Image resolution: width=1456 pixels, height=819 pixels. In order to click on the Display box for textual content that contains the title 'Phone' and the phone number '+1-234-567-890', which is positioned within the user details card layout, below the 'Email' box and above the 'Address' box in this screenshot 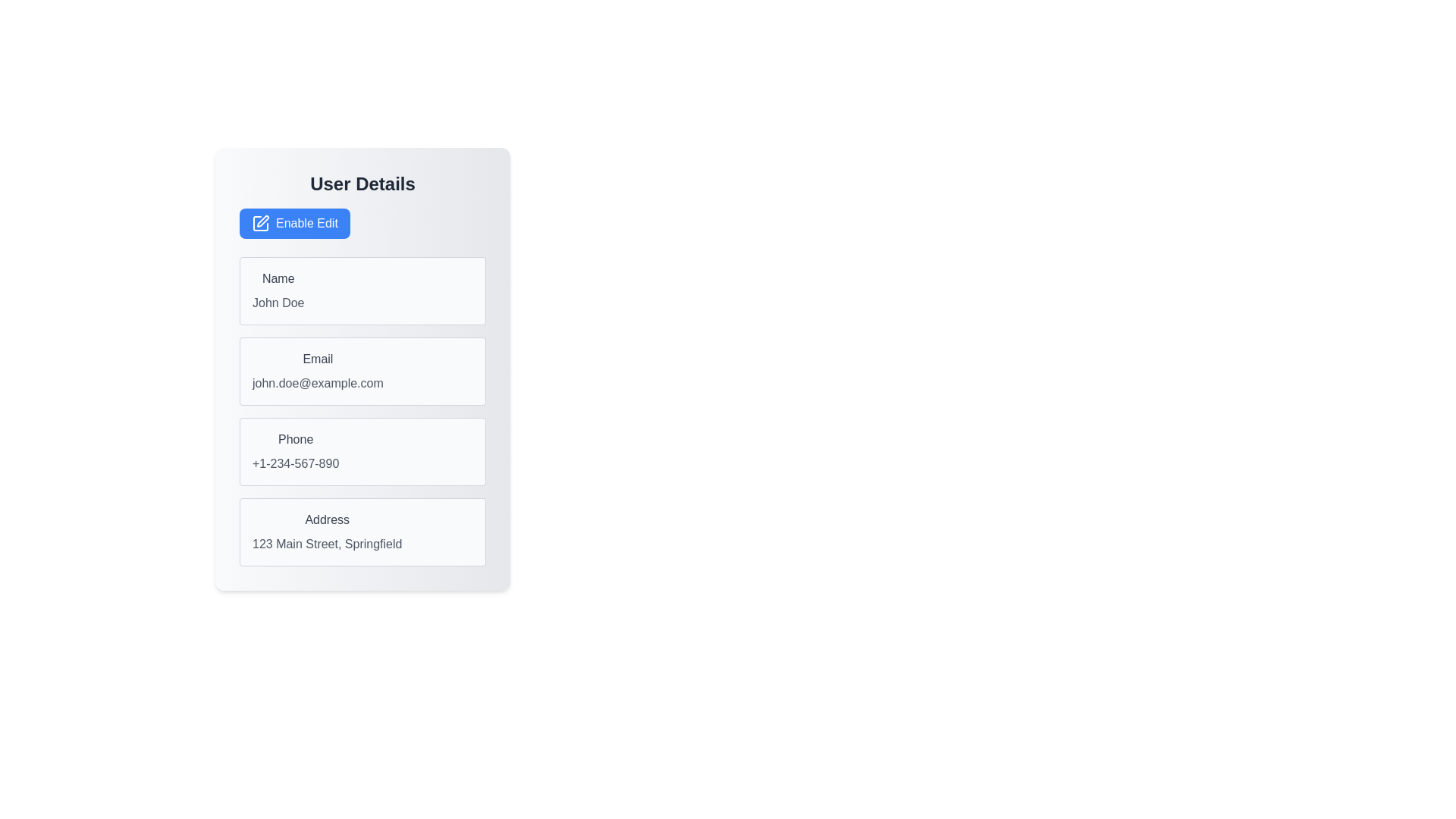, I will do `click(362, 451)`.